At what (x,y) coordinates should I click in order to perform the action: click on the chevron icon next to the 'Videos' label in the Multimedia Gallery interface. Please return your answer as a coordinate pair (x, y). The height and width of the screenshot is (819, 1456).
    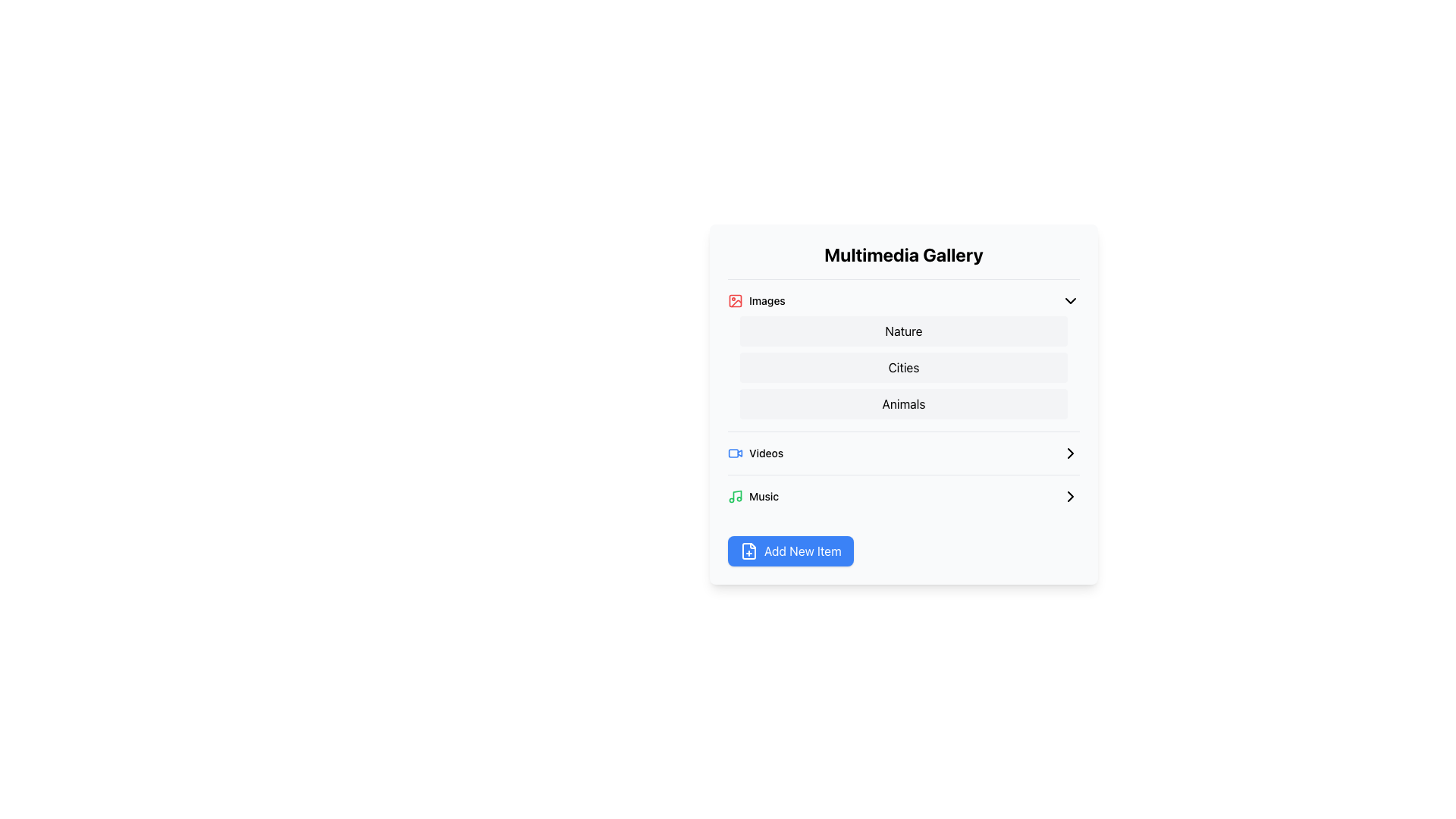
    Looking at the image, I should click on (1069, 452).